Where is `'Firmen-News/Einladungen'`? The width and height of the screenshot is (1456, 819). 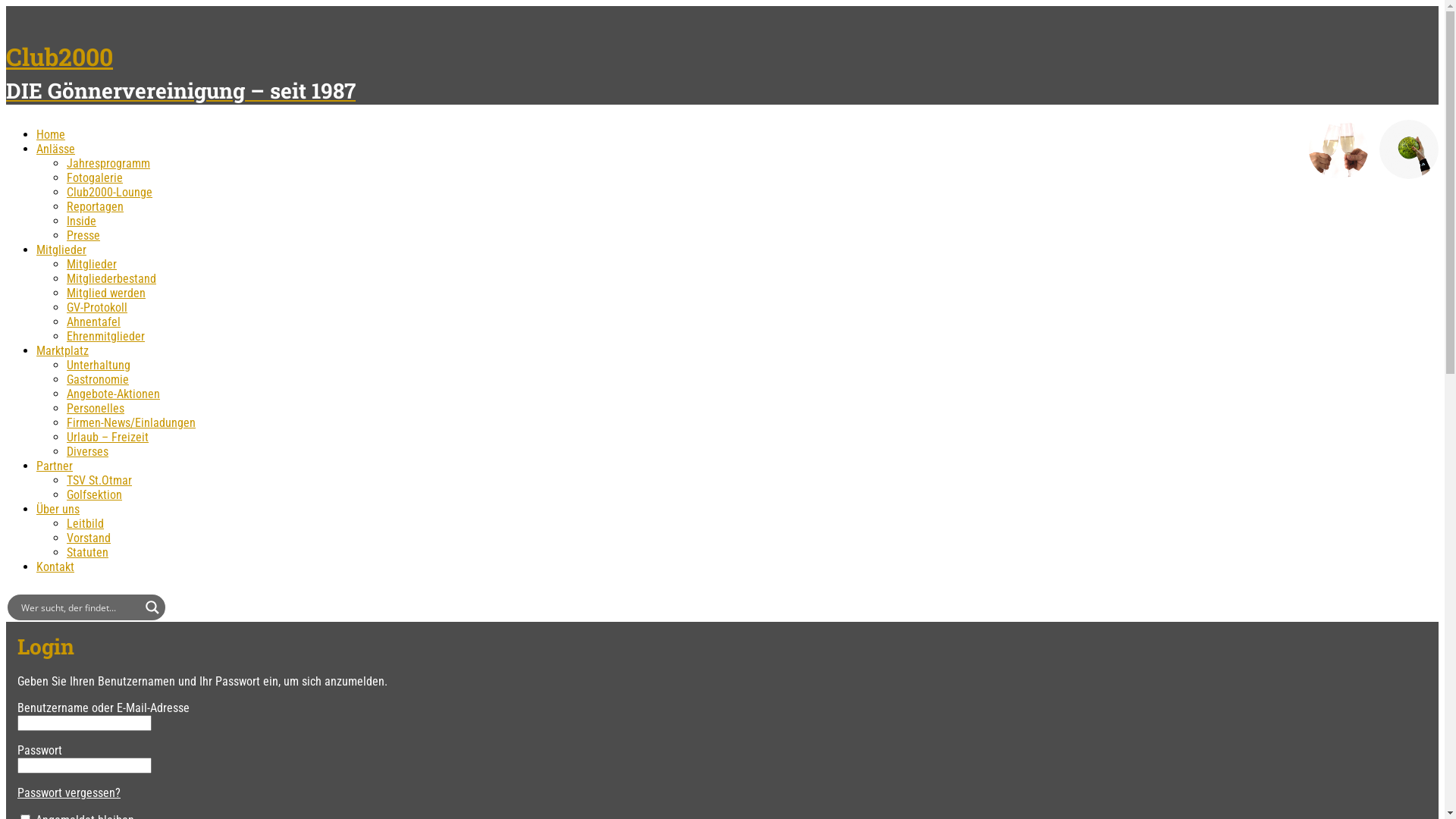
'Firmen-News/Einladungen' is located at coordinates (130, 422).